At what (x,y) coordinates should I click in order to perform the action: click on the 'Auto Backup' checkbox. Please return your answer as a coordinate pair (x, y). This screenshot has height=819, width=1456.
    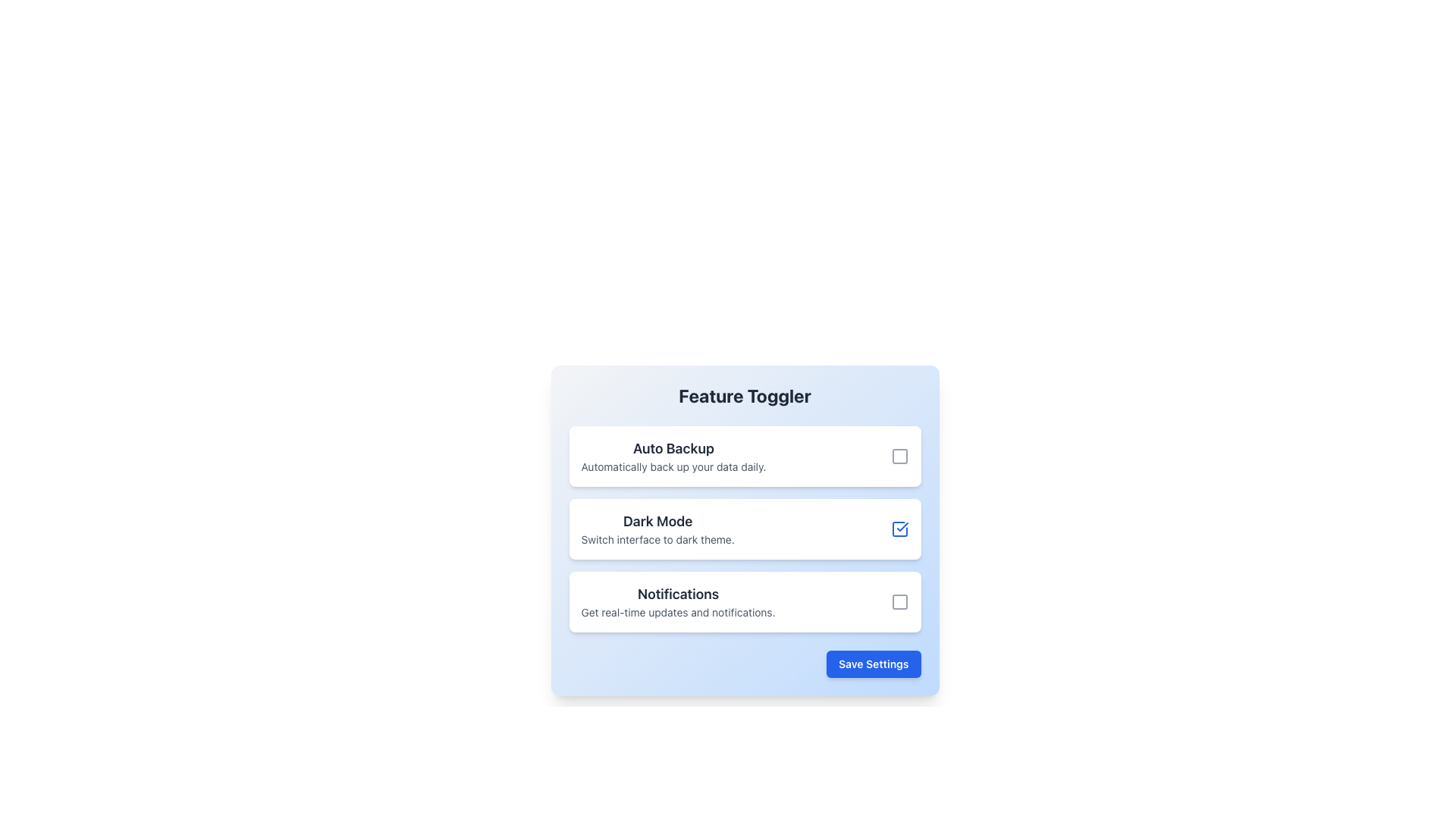
    Looking at the image, I should click on (899, 455).